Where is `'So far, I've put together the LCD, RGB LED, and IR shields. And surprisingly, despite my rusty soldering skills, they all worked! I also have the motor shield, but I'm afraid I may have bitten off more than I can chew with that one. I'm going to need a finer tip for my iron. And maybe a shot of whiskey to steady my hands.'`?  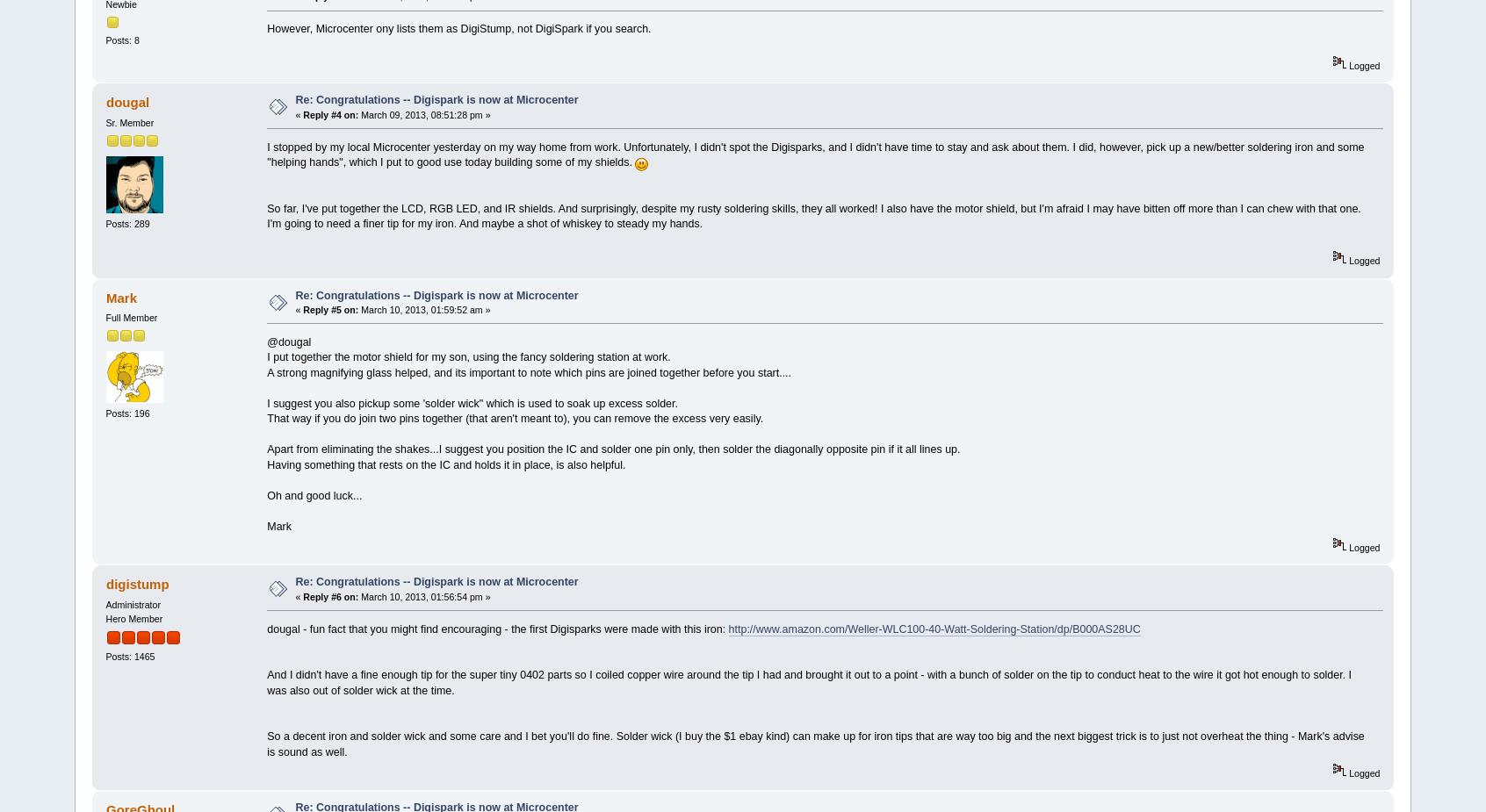
'So far, I've put together the LCD, RGB LED, and IR shields. And surprisingly, despite my rusty soldering skills, they all worked! I also have the motor shield, but I'm afraid I may have bitten off more than I can chew with that one. I'm going to need a finer tip for my iron. And maybe a shot of whiskey to steady my hands.' is located at coordinates (813, 214).